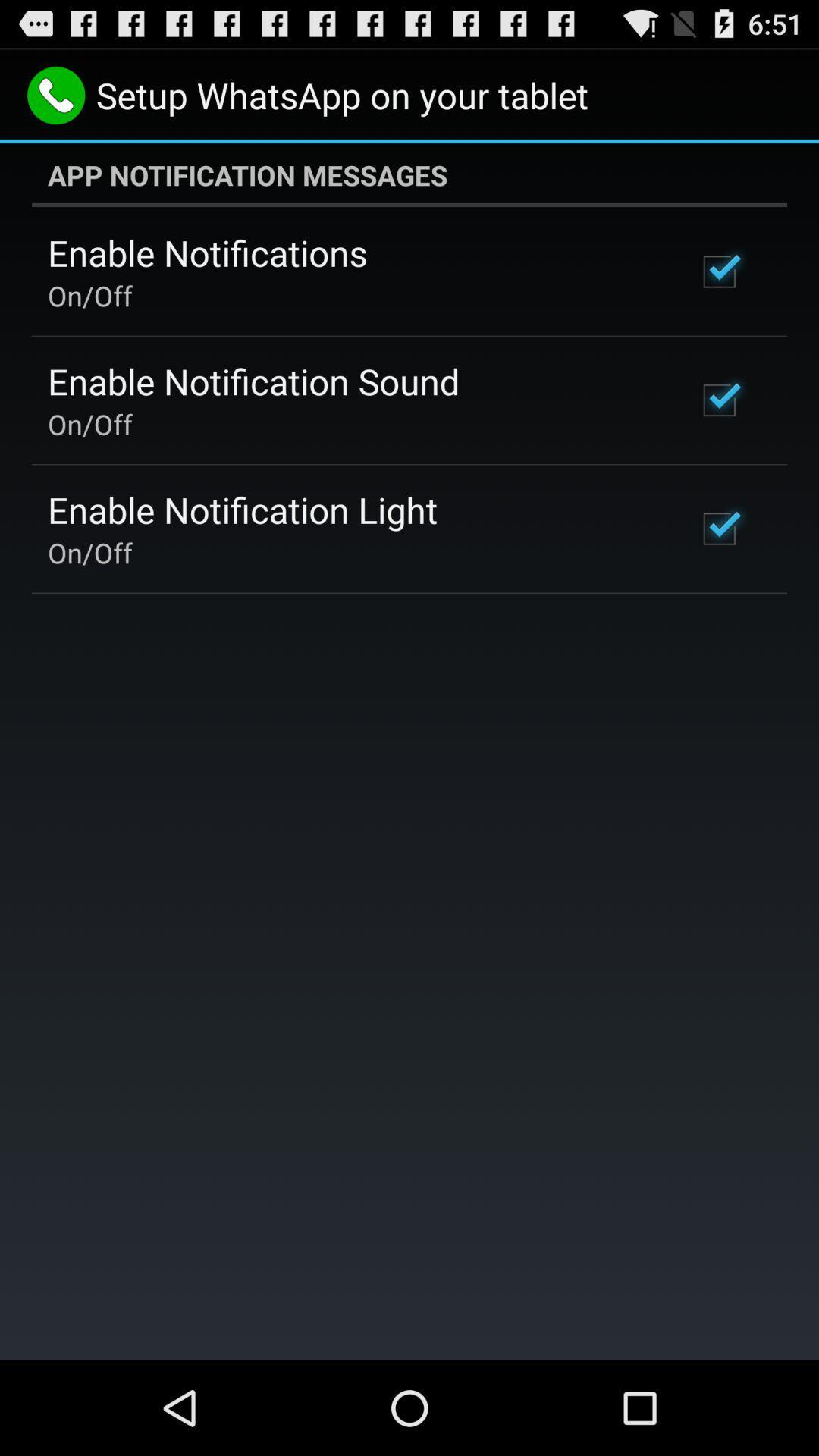 This screenshot has width=819, height=1456. What do you see at coordinates (207, 253) in the screenshot?
I see `enable notifications app` at bounding box center [207, 253].